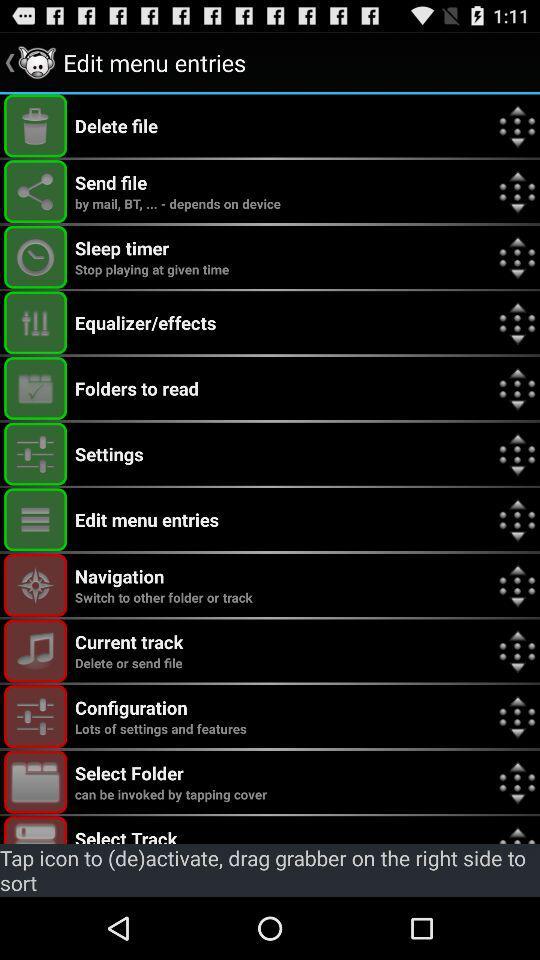 Image resolution: width=540 pixels, height=960 pixels. Describe the element at coordinates (35, 387) in the screenshot. I see `show folders` at that location.